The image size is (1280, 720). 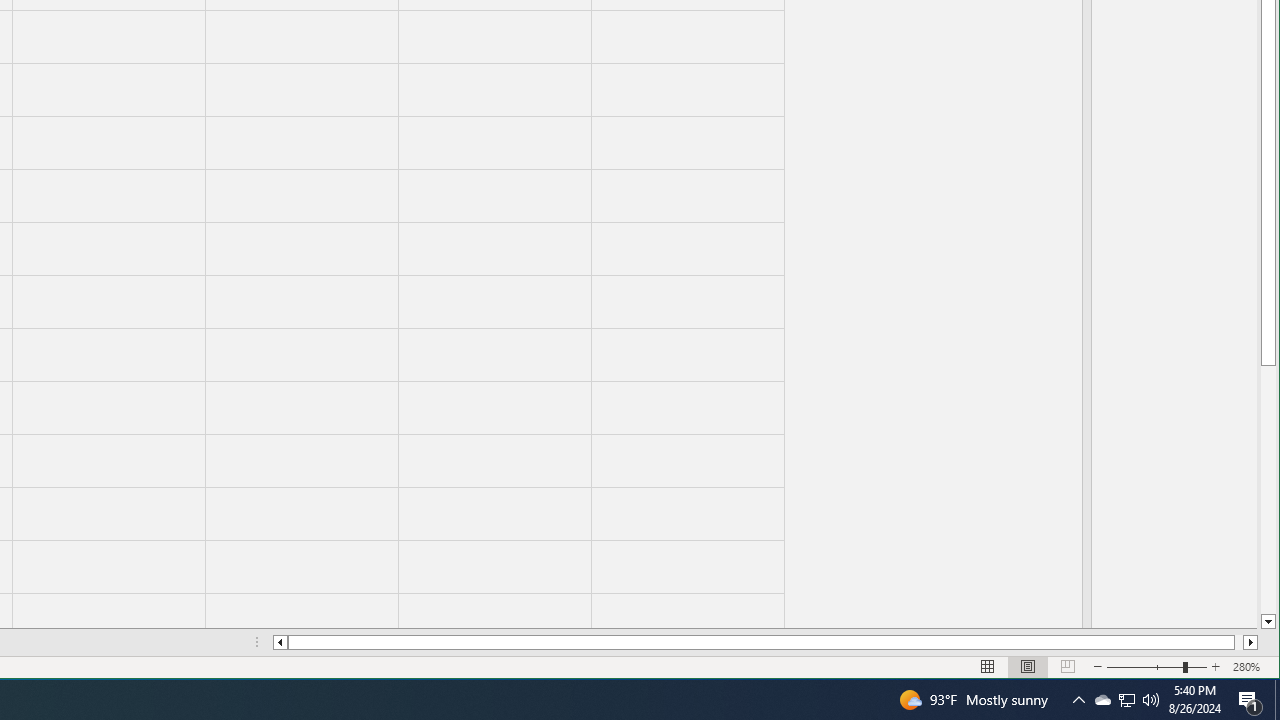 What do you see at coordinates (278, 642) in the screenshot?
I see `'Column left'` at bounding box center [278, 642].